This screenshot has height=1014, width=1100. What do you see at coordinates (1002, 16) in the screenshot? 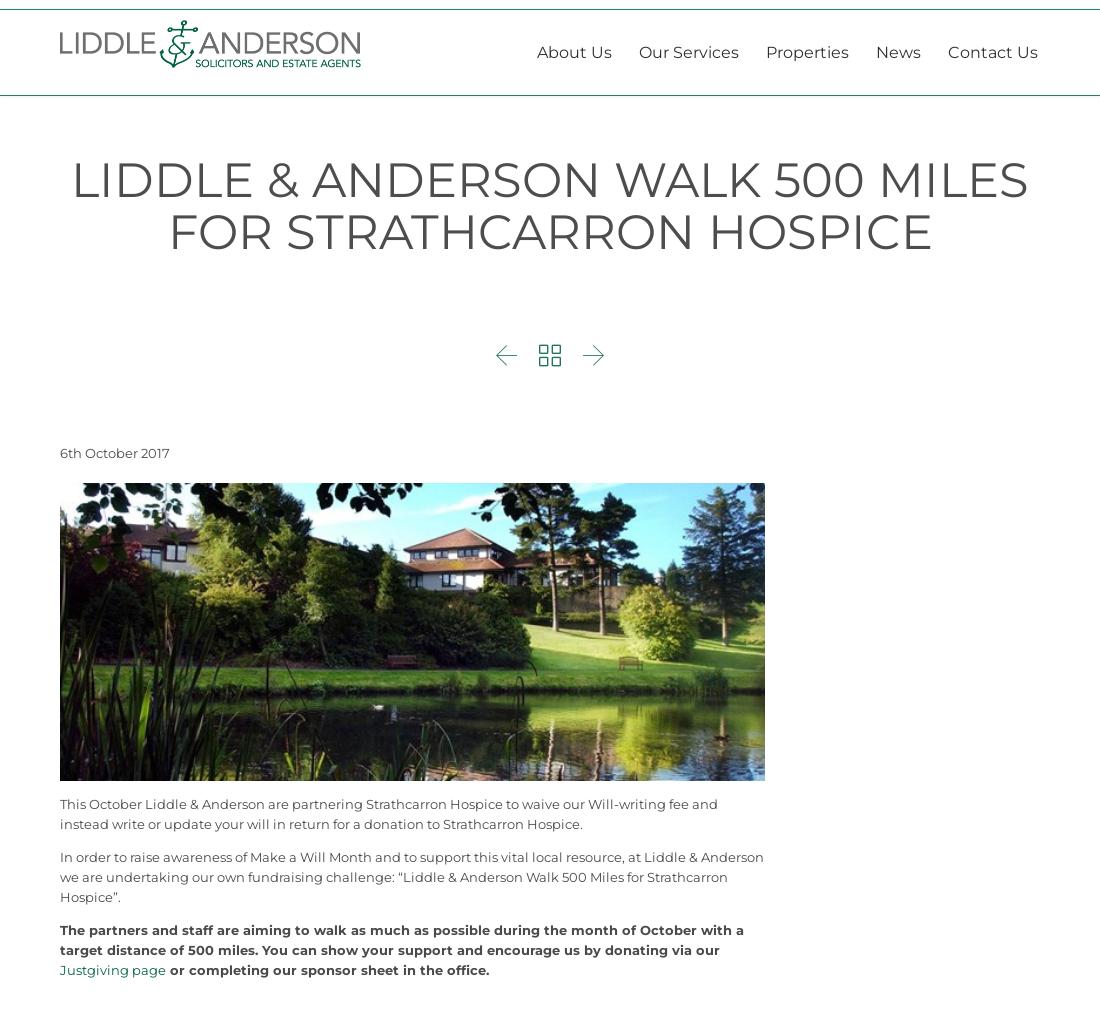
I see `'Search'` at bounding box center [1002, 16].